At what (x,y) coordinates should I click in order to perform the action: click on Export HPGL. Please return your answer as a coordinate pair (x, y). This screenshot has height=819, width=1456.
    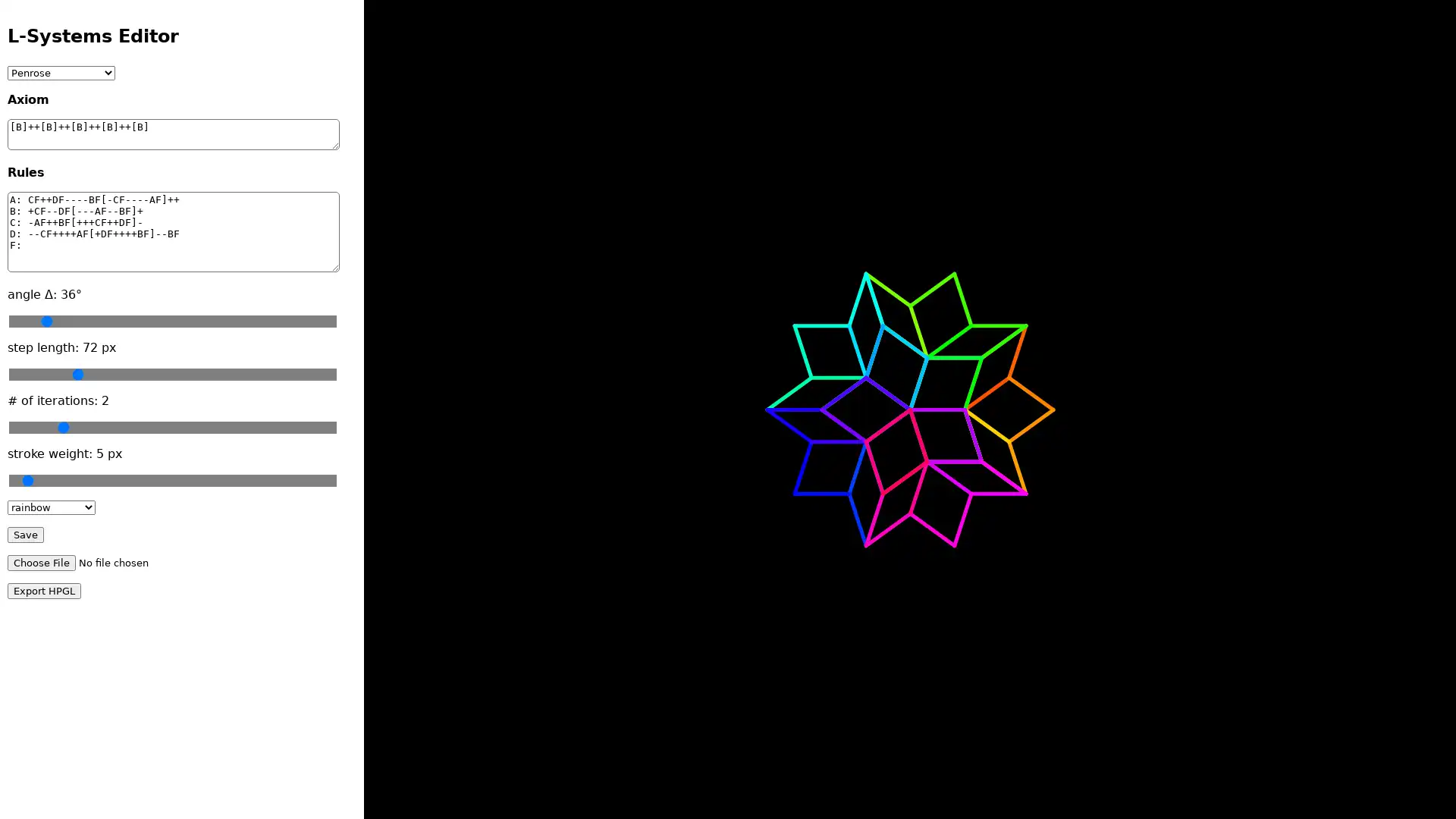
    Looking at the image, I should click on (44, 590).